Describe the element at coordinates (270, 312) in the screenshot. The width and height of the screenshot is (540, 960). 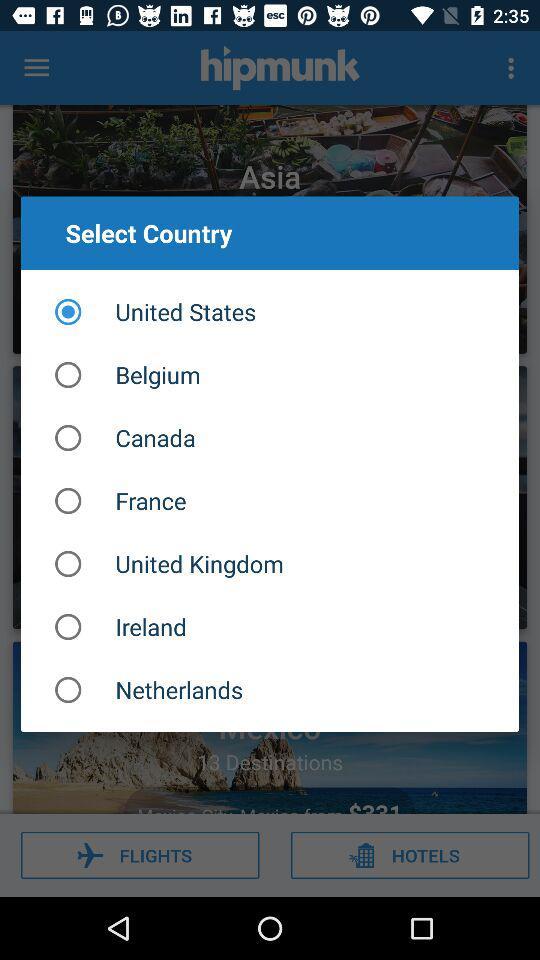
I see `united states` at that location.